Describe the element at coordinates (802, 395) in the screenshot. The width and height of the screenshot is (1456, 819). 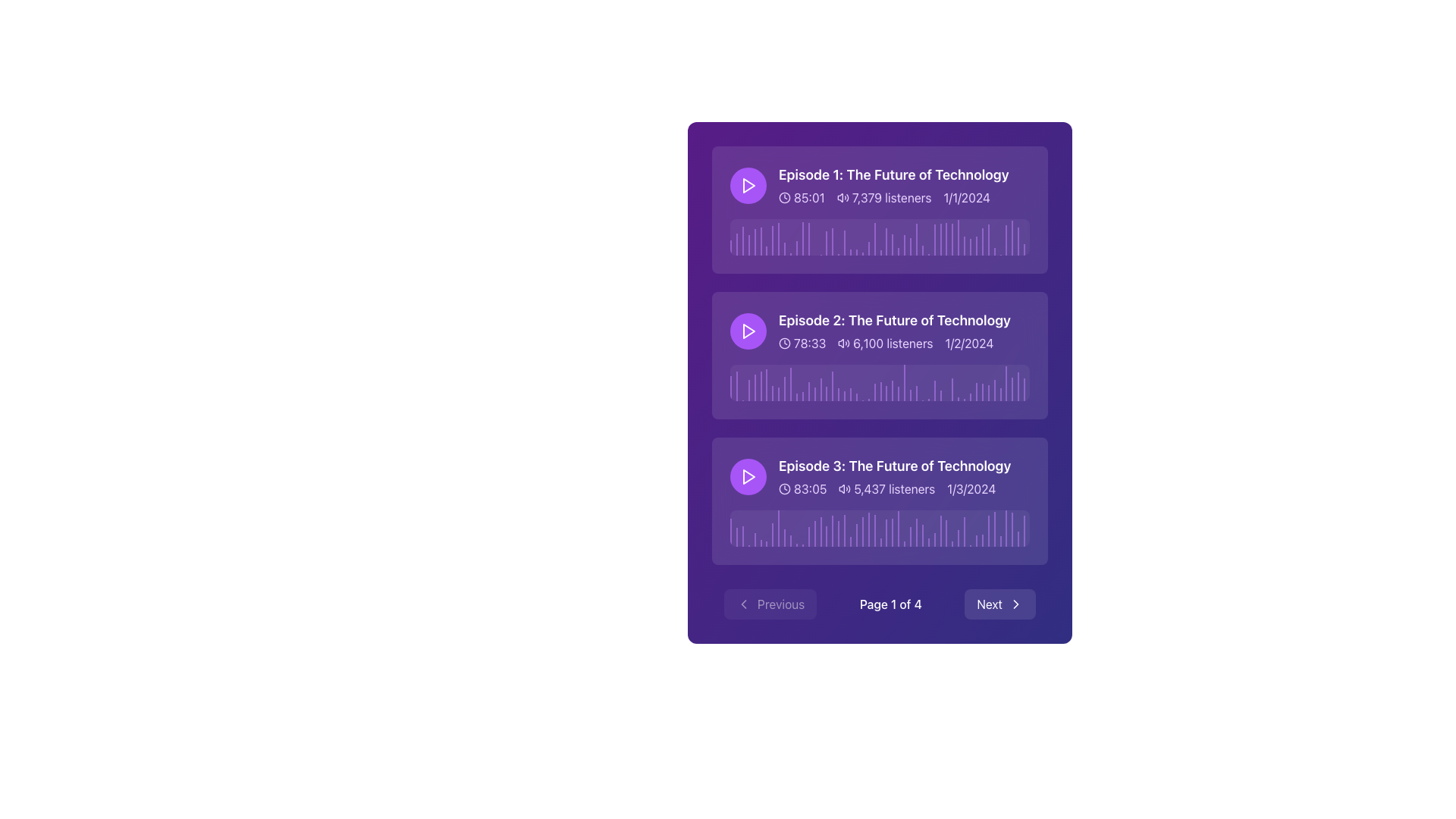
I see `the thirteenth vertical decorative line in the waveform visualization of 'Episode 2: The Future of Technology'` at that location.